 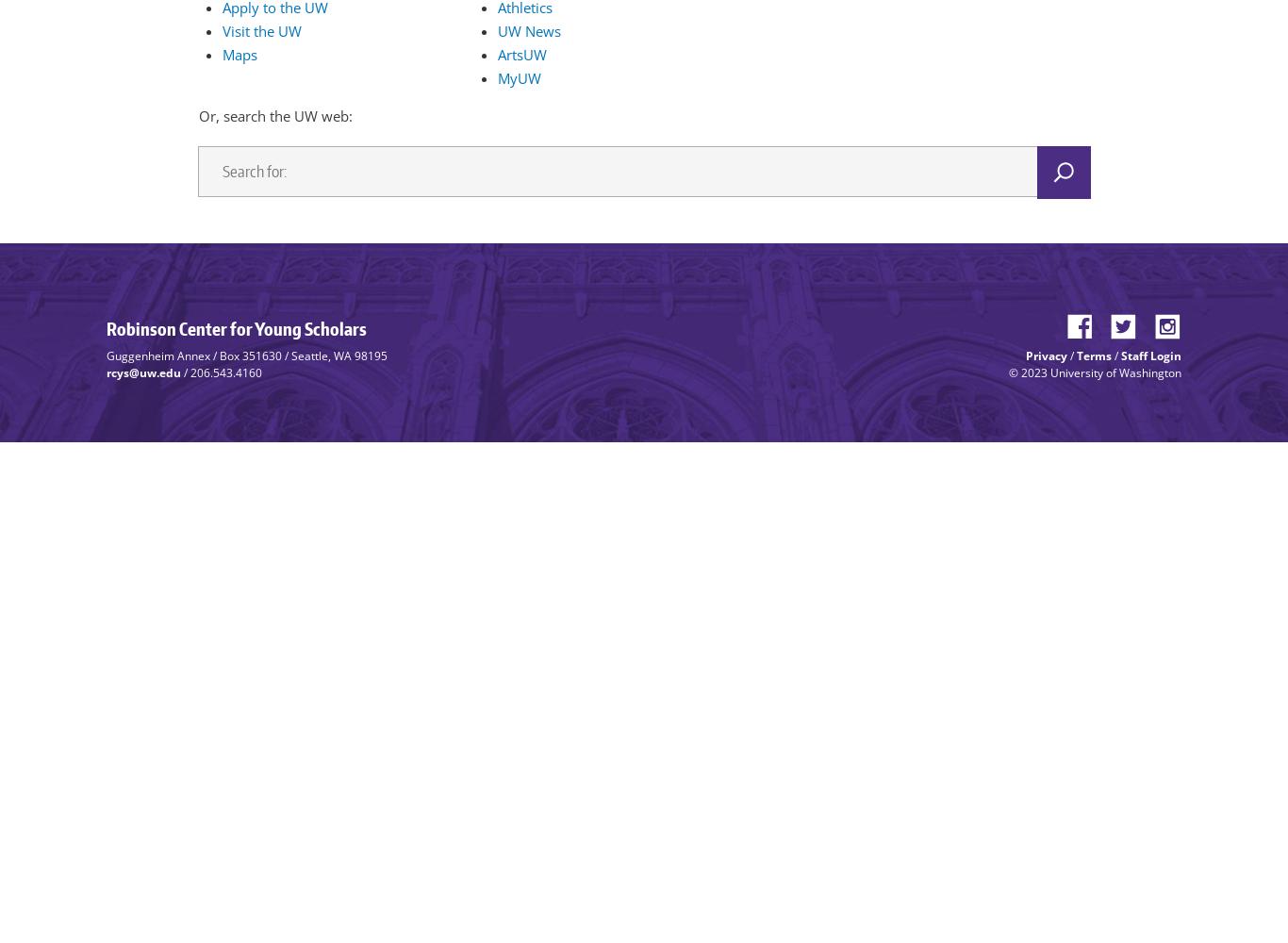 I want to click on 'Terms', so click(x=1094, y=355).